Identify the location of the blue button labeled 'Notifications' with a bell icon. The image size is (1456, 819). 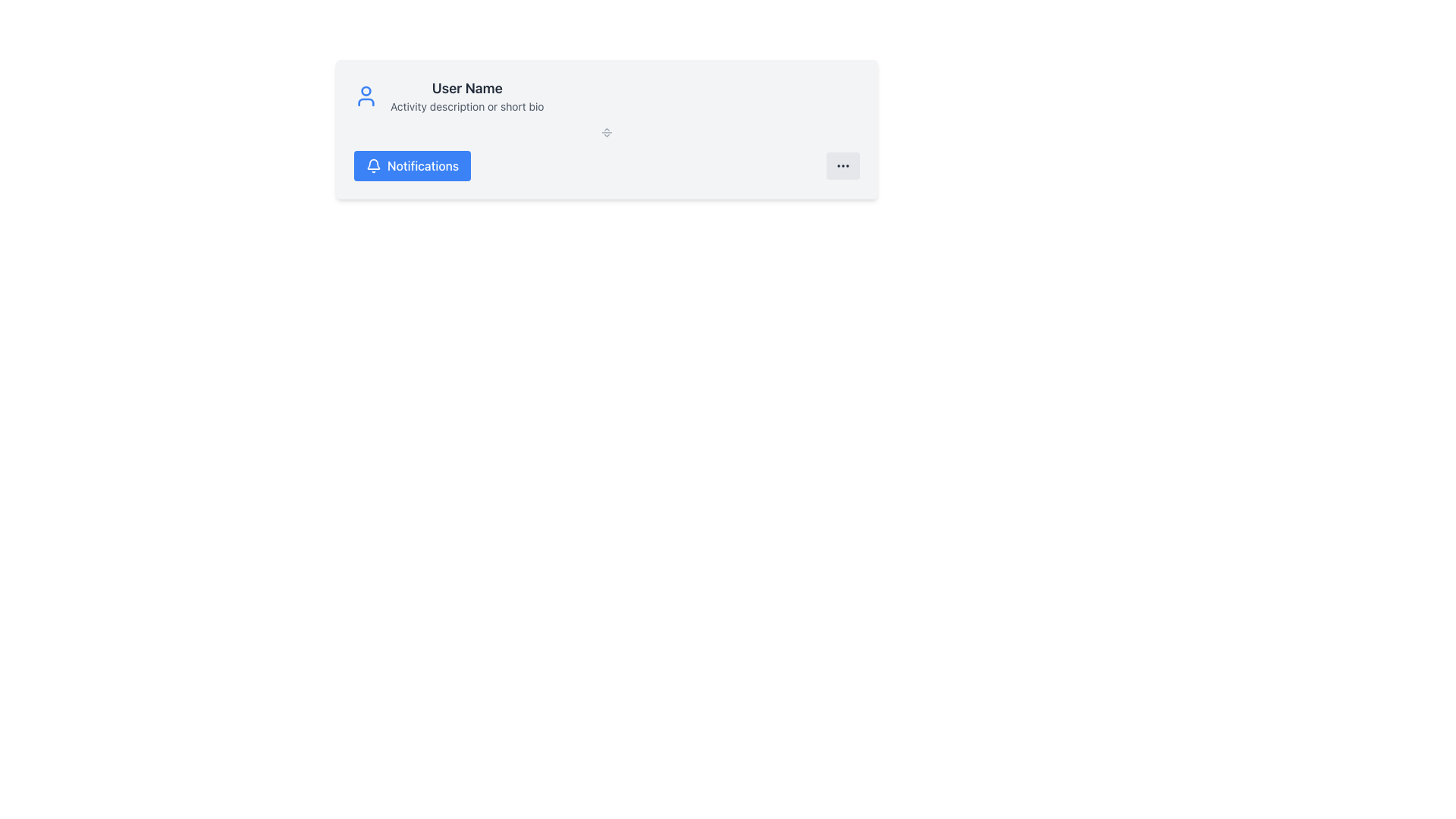
(412, 166).